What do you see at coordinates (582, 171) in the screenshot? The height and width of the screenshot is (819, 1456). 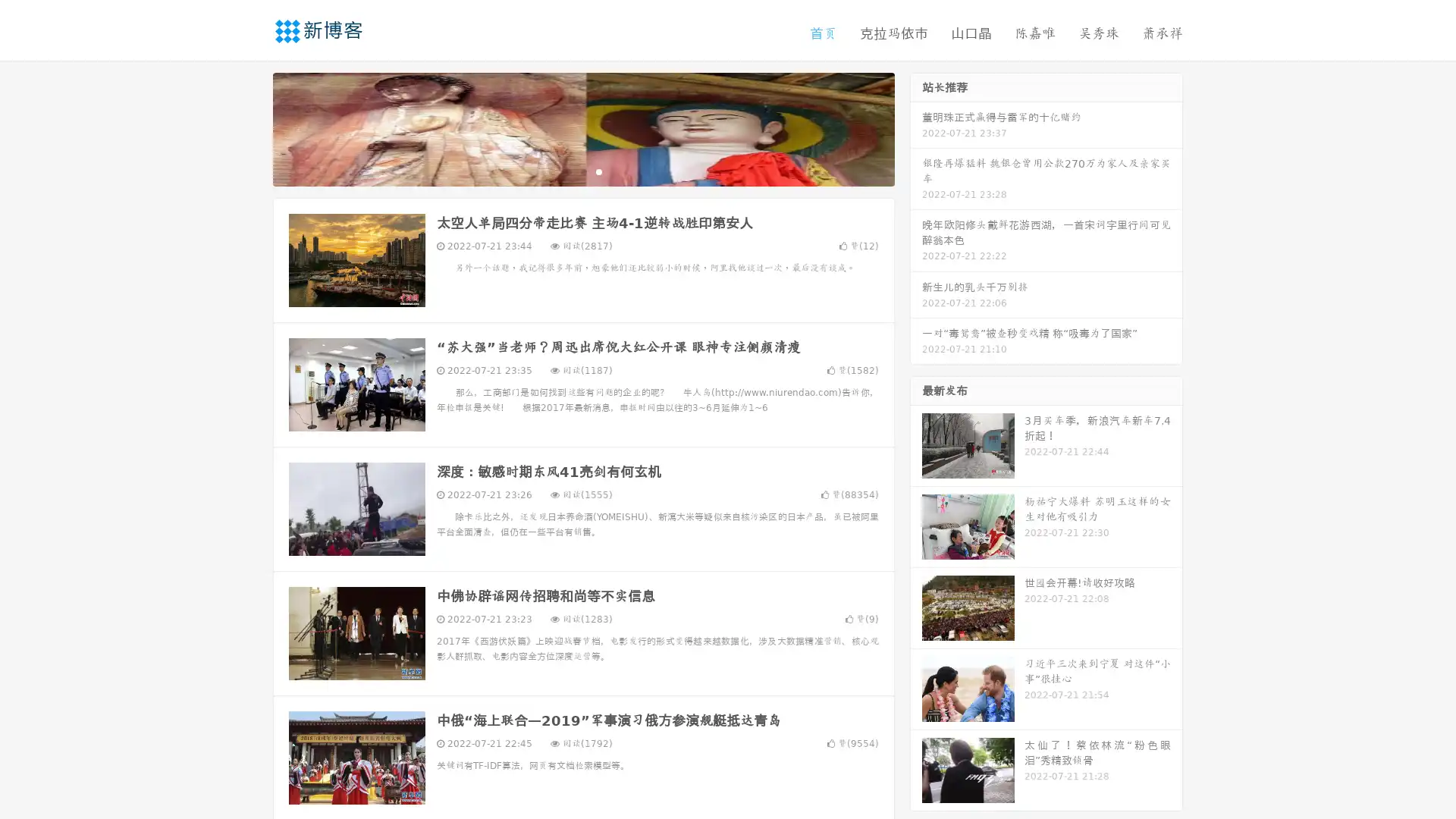 I see `Go to slide 2` at bounding box center [582, 171].